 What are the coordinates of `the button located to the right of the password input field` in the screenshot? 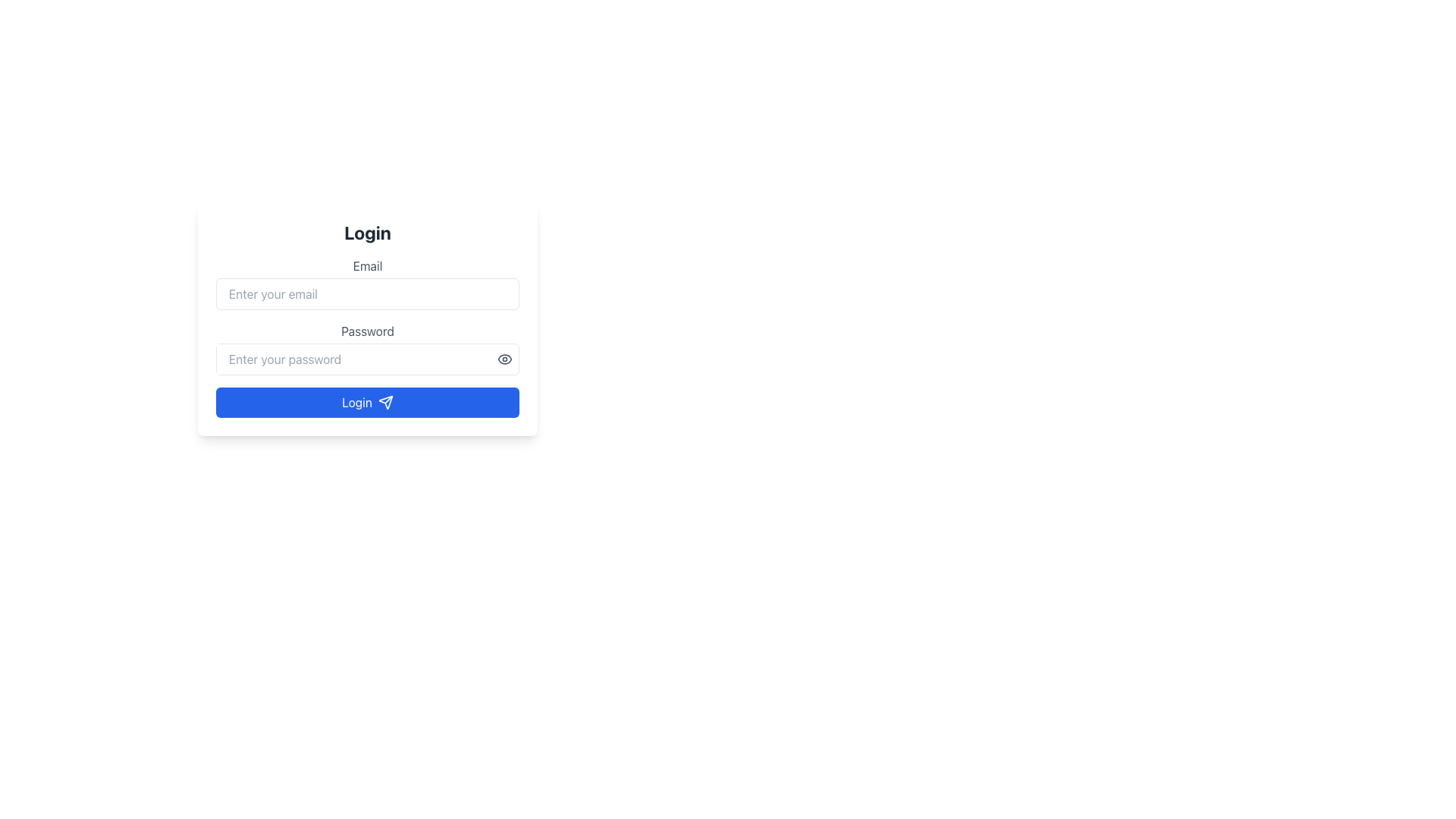 It's located at (505, 359).